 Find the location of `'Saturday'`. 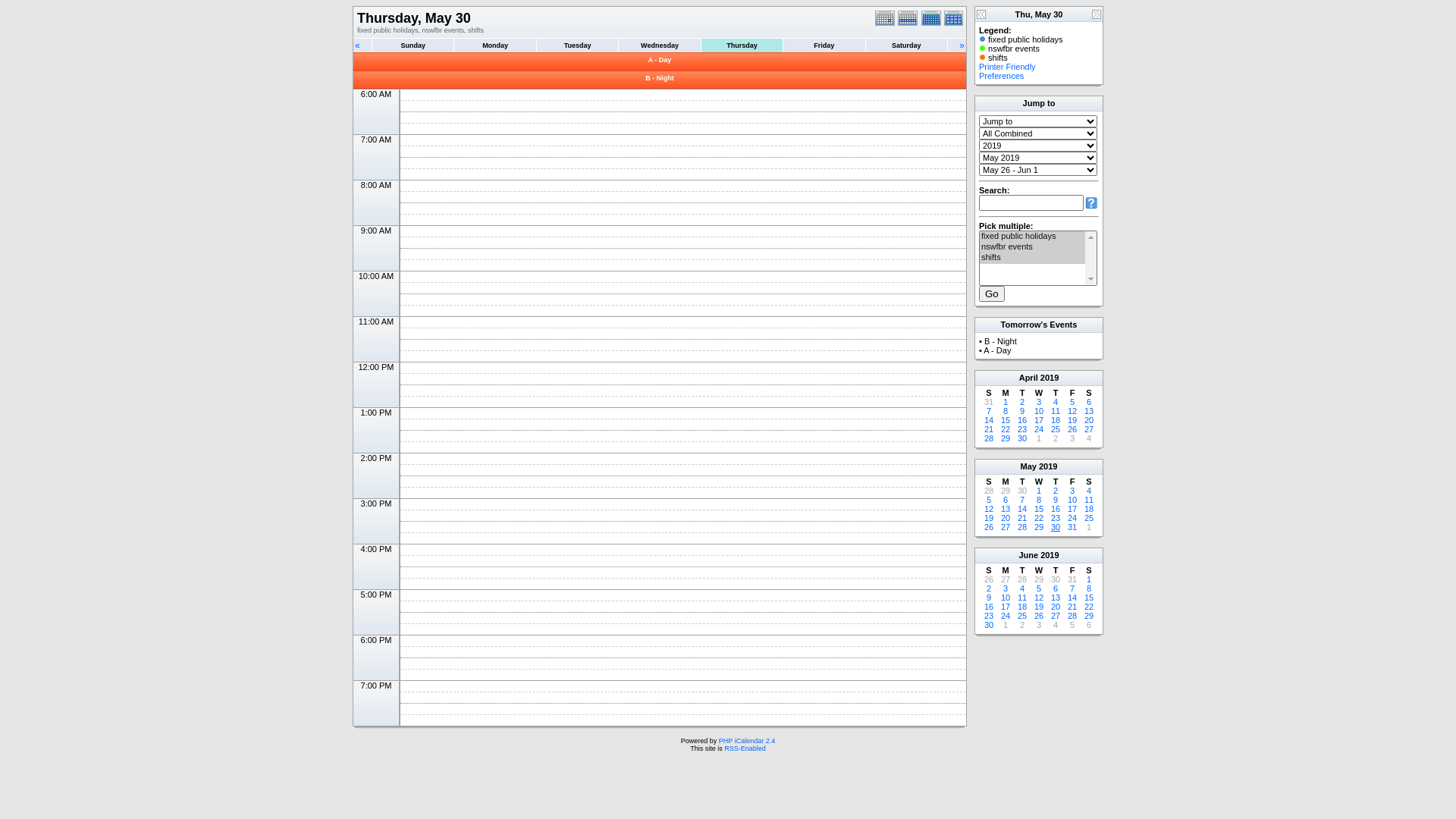

'Saturday' is located at coordinates (906, 44).